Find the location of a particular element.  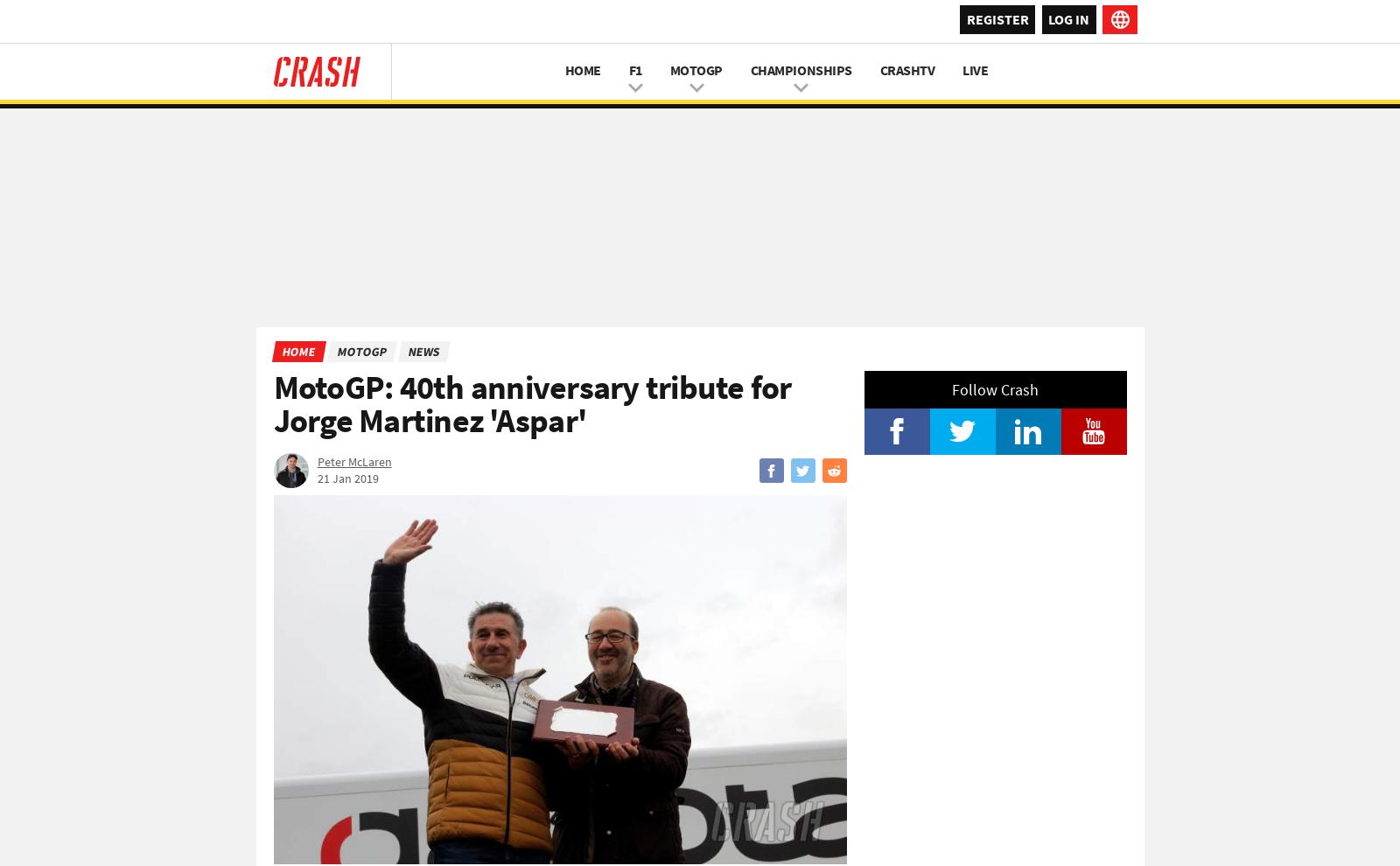

'Home' is located at coordinates (297, 351).